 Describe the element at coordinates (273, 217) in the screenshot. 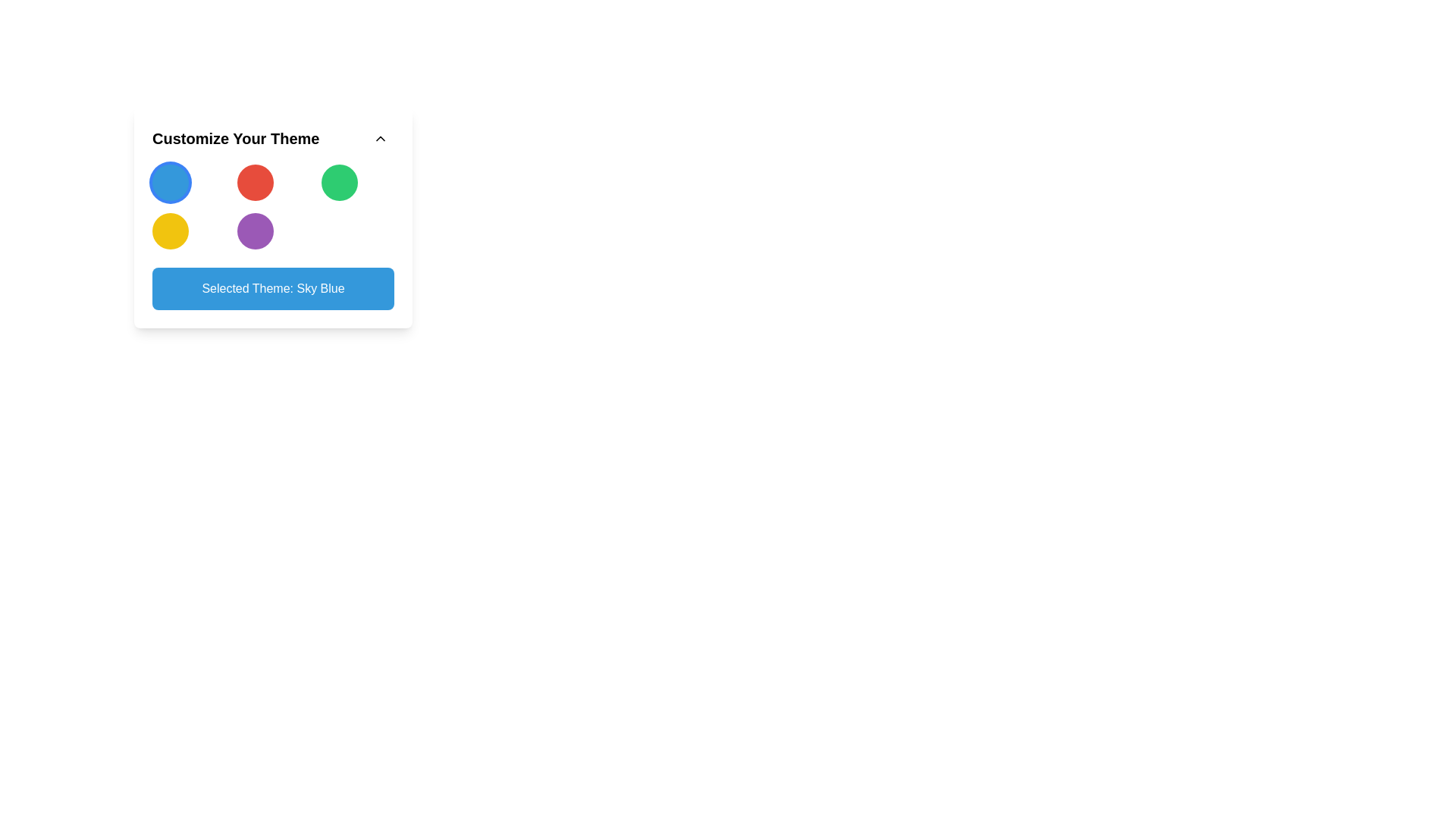

I see `the purple circular button located at the center of the bottom row in the theme customization panel` at that location.